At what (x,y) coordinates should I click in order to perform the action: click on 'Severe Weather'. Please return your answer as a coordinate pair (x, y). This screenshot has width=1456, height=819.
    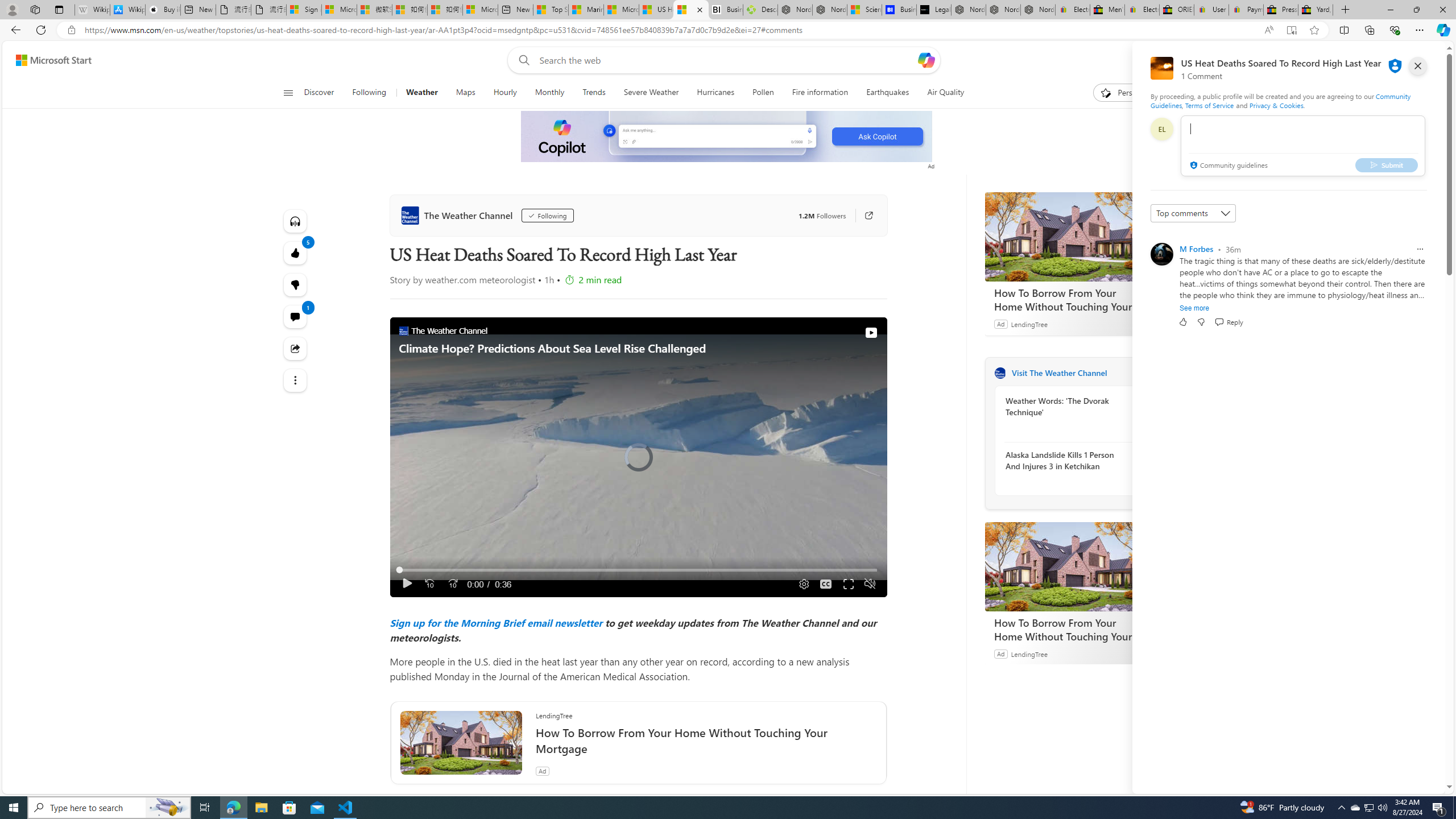
    Looking at the image, I should click on (651, 92).